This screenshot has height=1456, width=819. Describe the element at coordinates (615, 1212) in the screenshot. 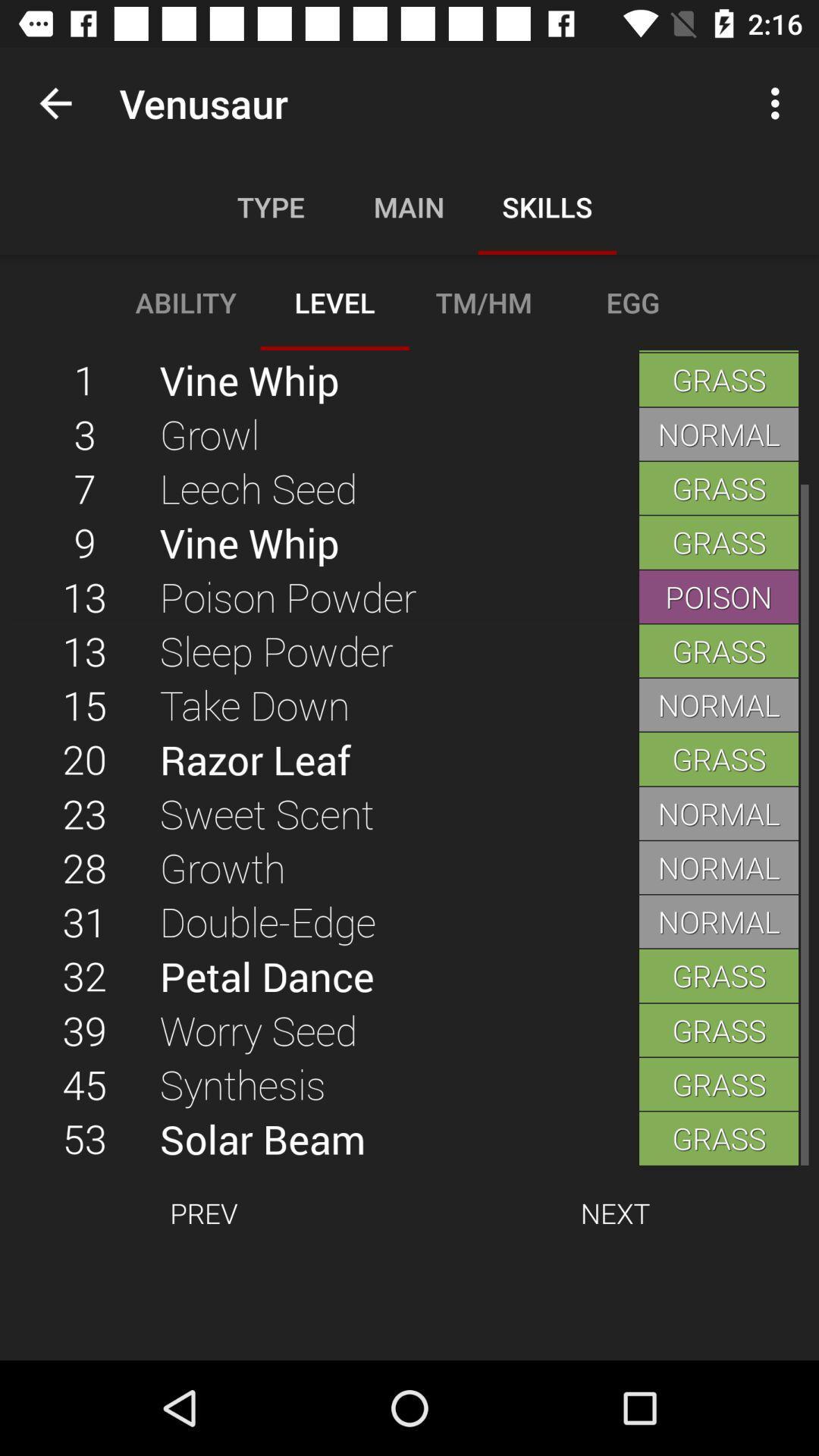

I see `the next icon` at that location.